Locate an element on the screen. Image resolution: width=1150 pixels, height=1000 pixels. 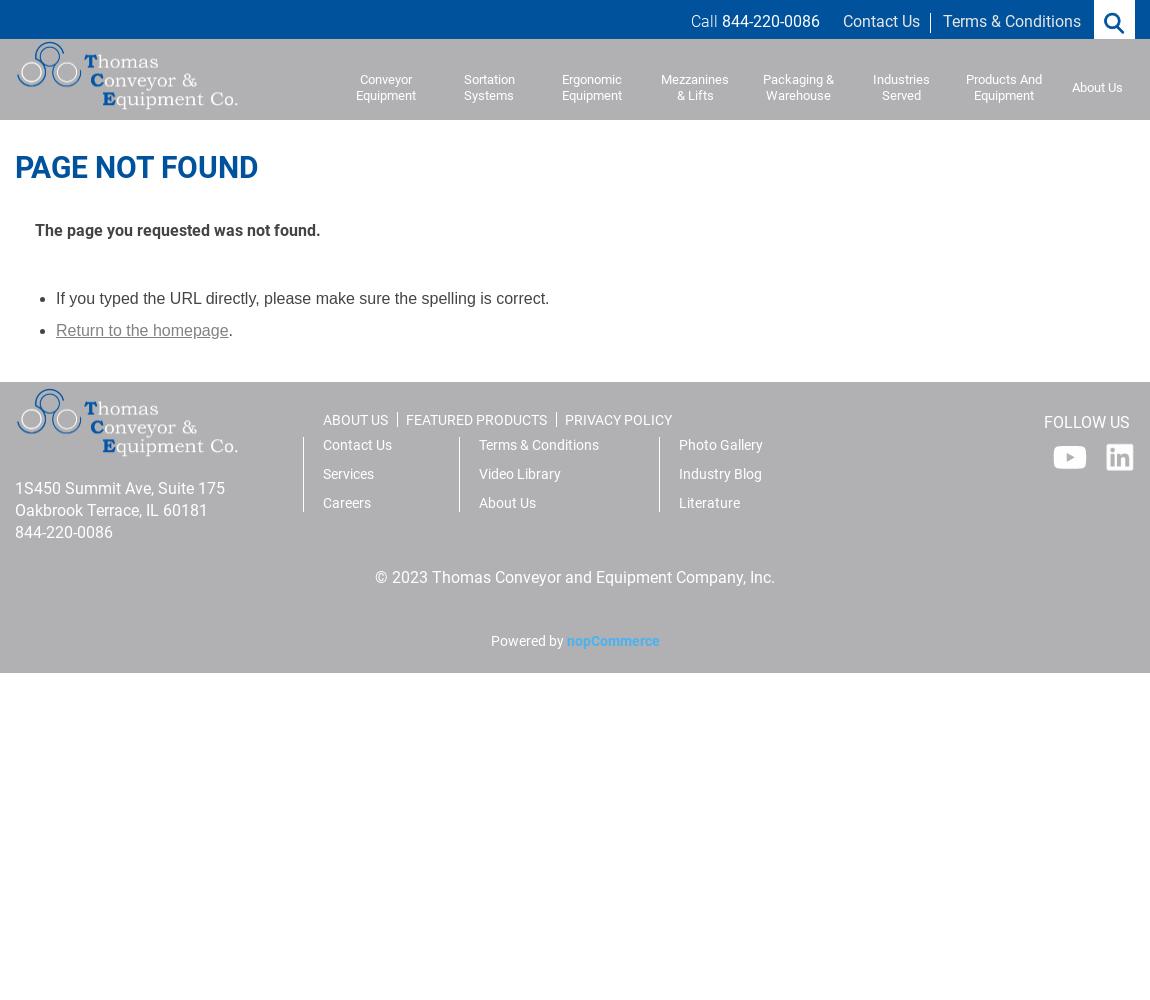
'Packaging & Warehouse' is located at coordinates (760, 86).